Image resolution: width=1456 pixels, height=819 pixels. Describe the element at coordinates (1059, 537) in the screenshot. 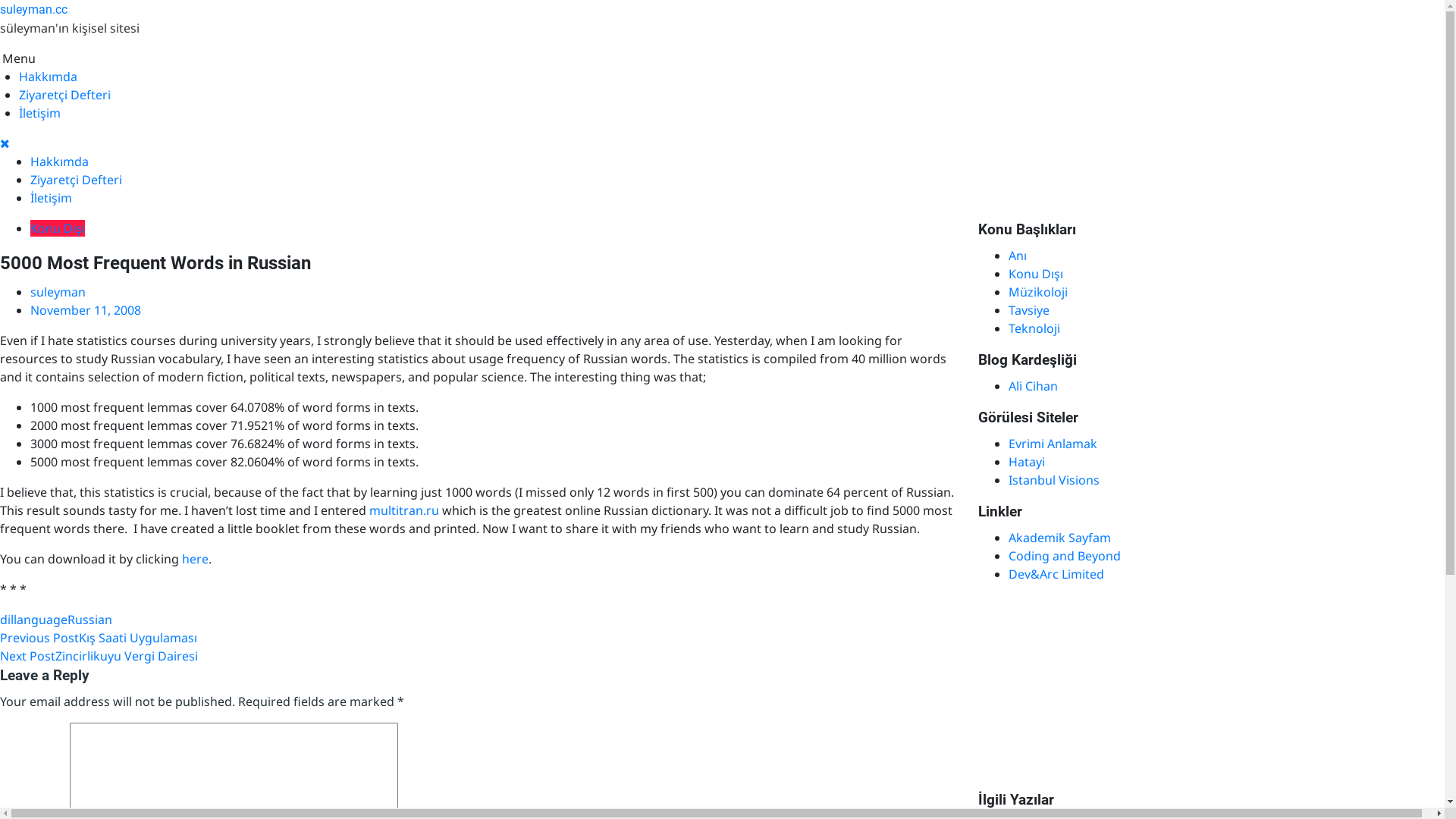

I see `'Akademik Sayfam'` at that location.